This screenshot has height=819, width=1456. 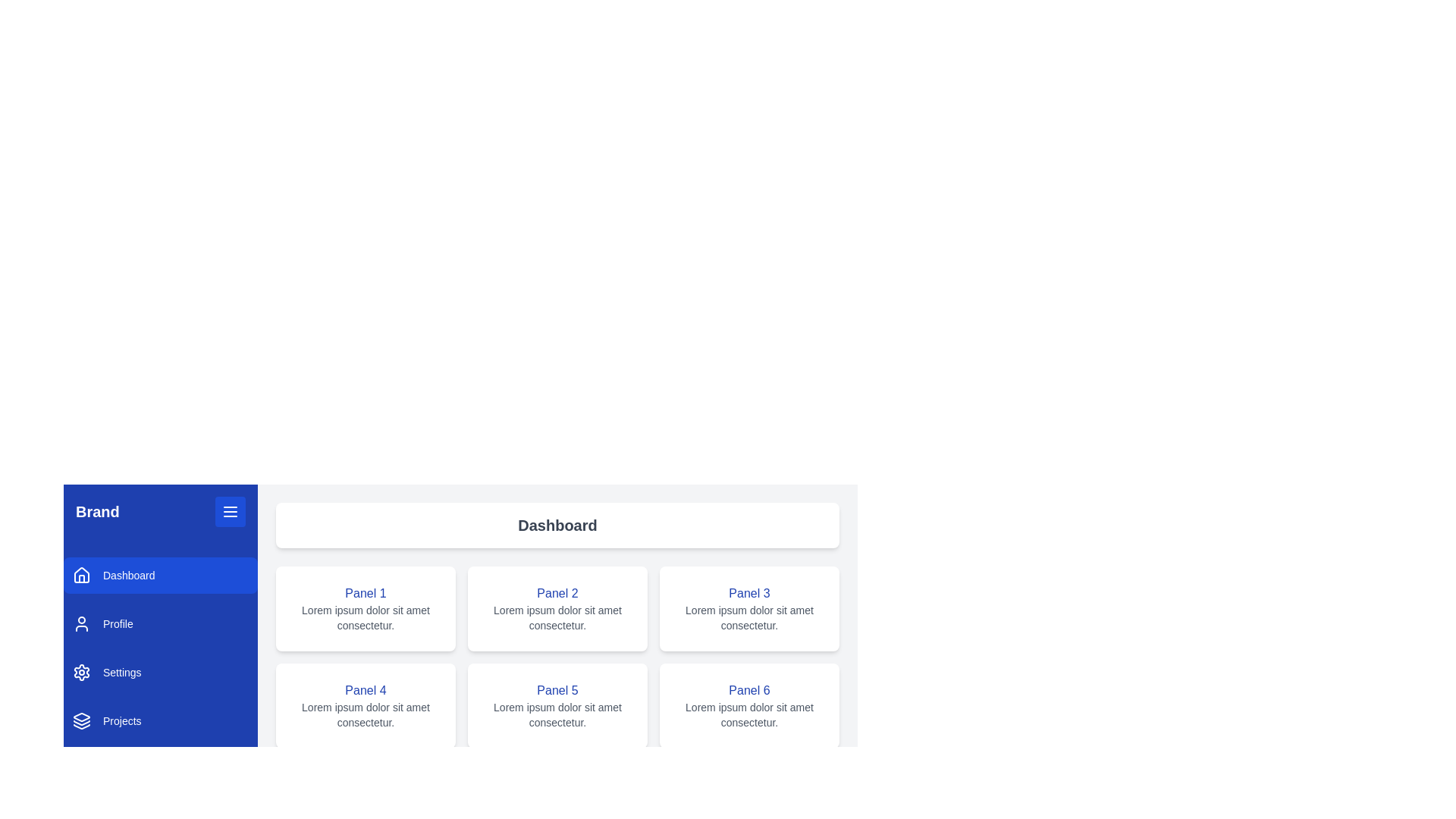 I want to click on the Text label that serves as a title or header, indicating the current section of the interface, which is horizontally centered at the top of a white box above a grid of panels, so click(x=557, y=525).